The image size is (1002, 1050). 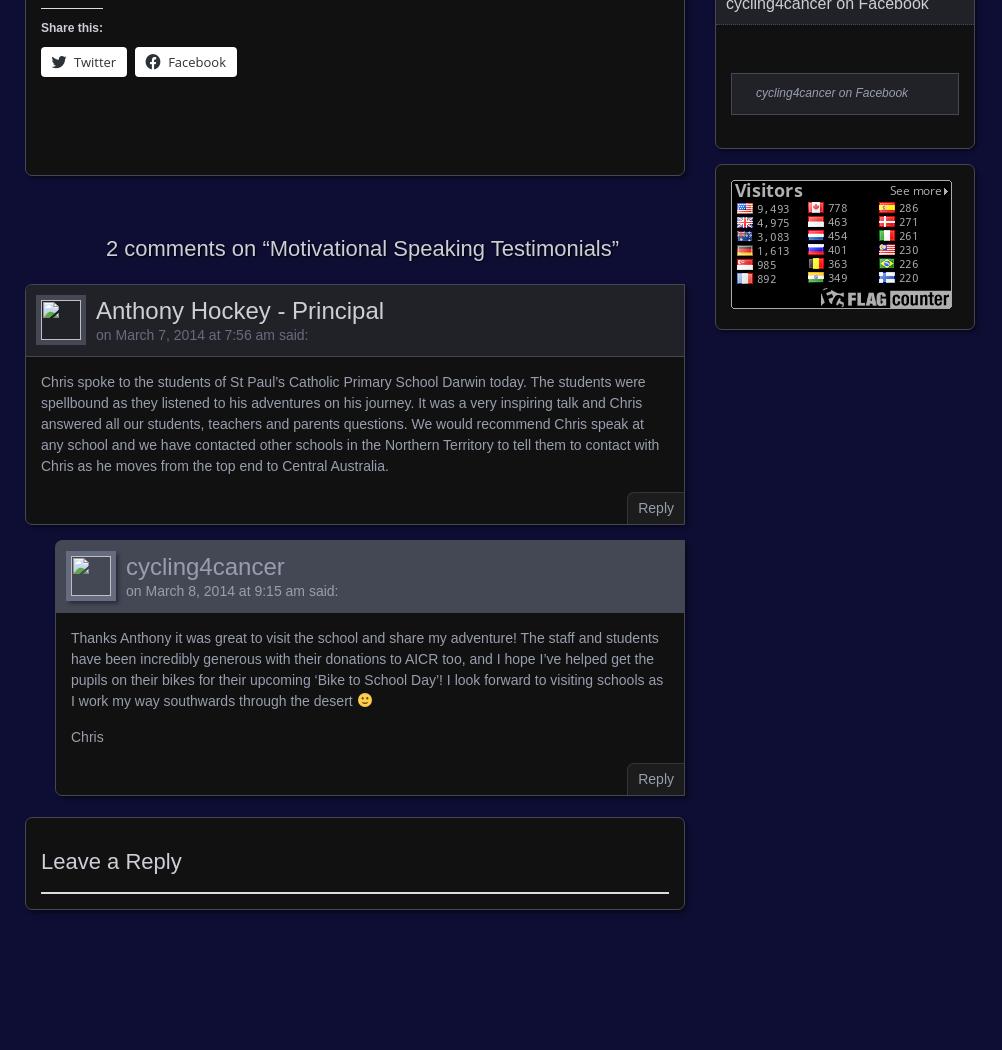 What do you see at coordinates (239, 309) in the screenshot?
I see `'Anthony Hockey - Principal'` at bounding box center [239, 309].